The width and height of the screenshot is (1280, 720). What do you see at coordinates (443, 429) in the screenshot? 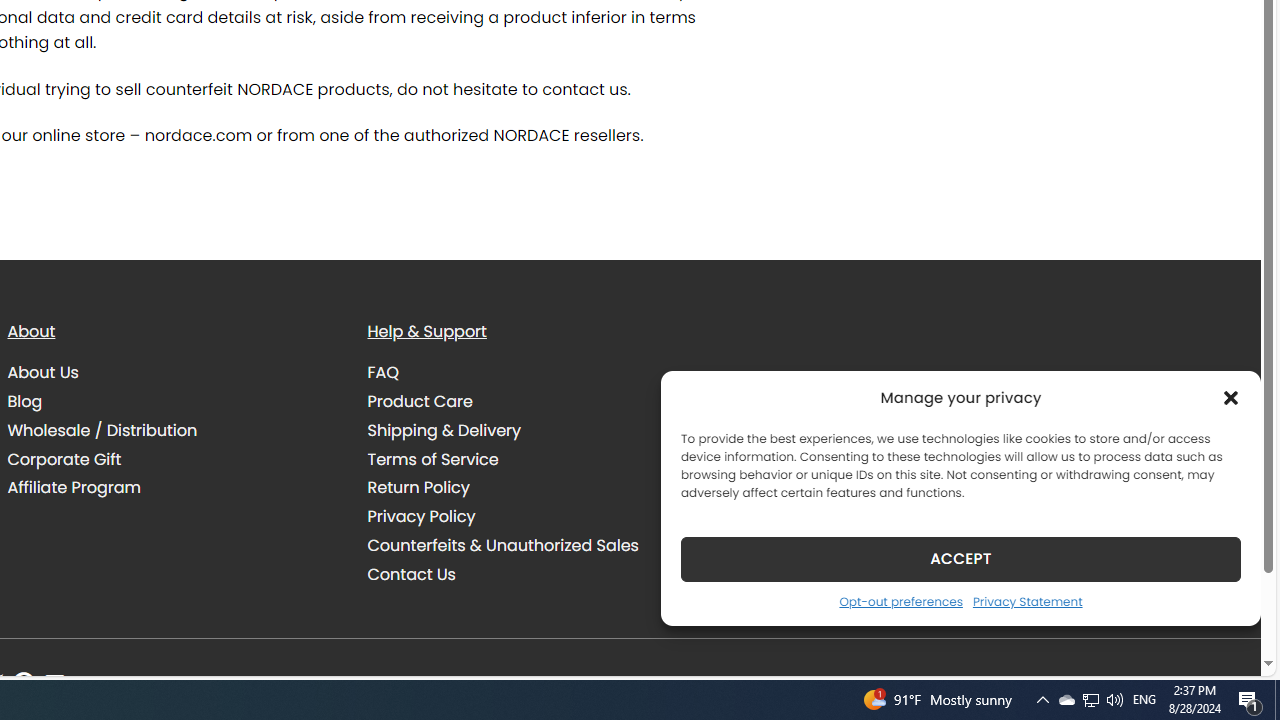
I see `'Shipping & Delivery'` at bounding box center [443, 429].